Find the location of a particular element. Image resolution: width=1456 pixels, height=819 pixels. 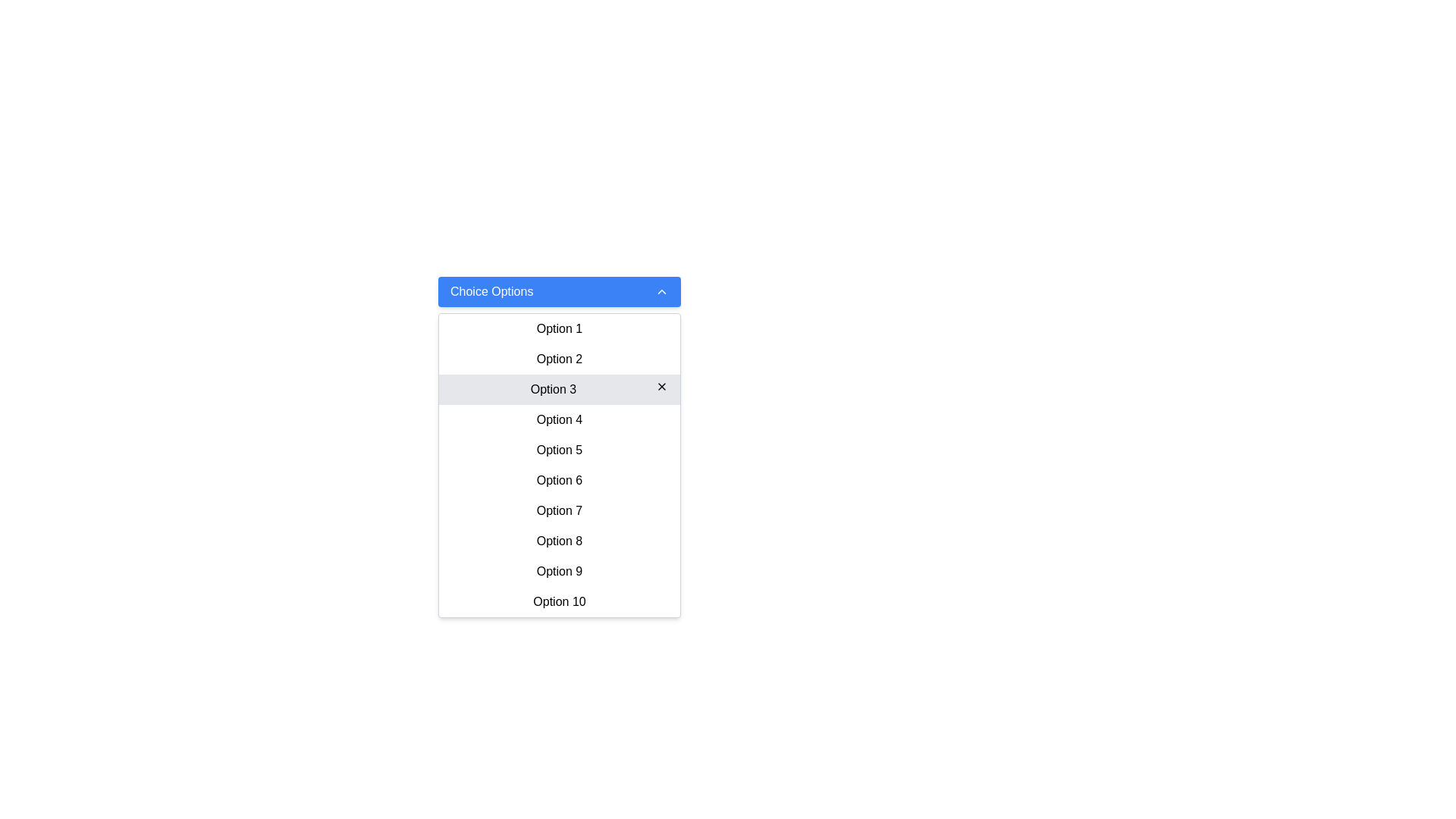

the fifth item in the dropdown list, located beneath 'Option 4' and above 'Option 6' is located at coordinates (559, 449).